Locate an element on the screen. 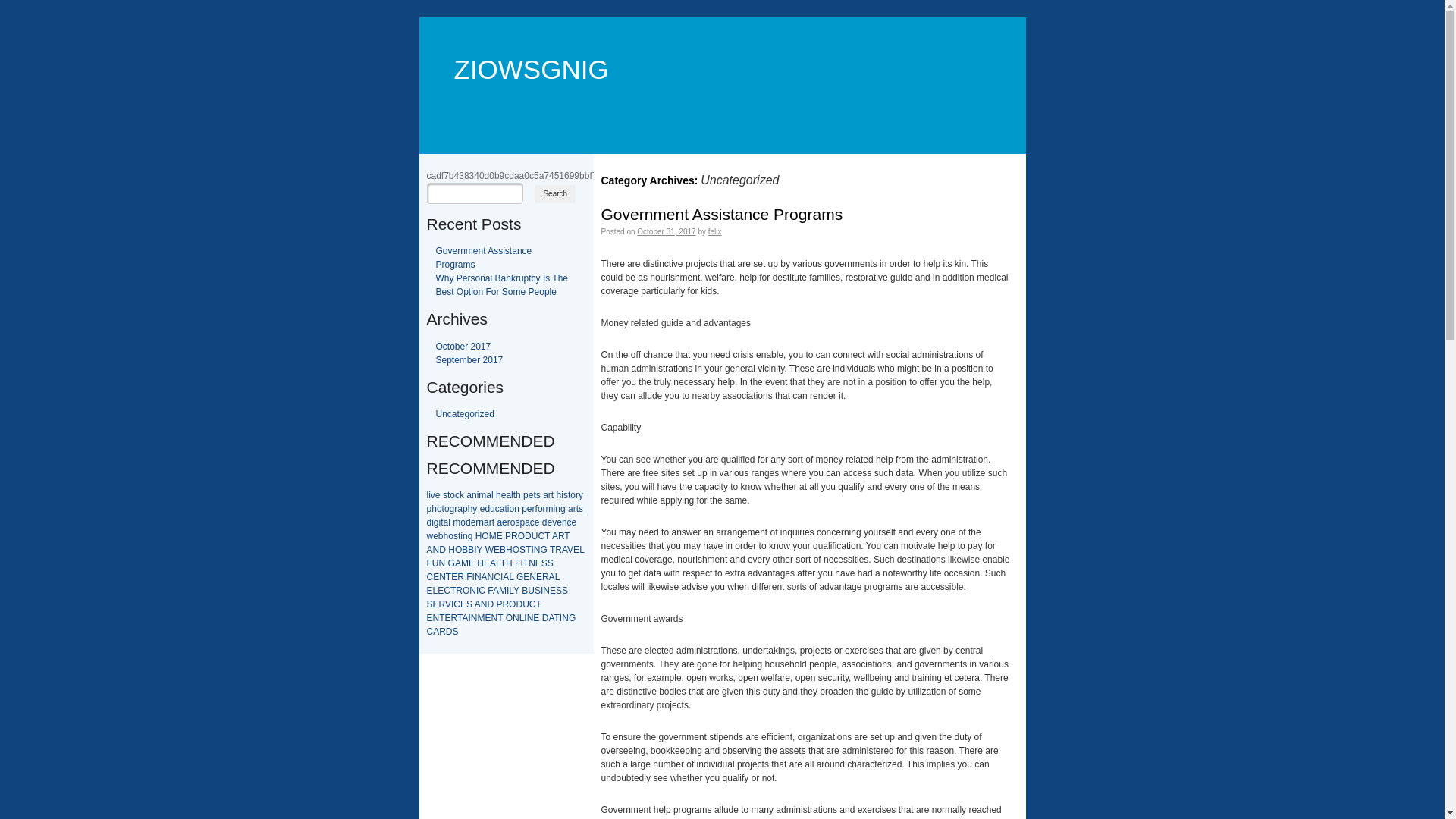 Image resolution: width=1456 pixels, height=819 pixels. 'u' is located at coordinates (492, 509).